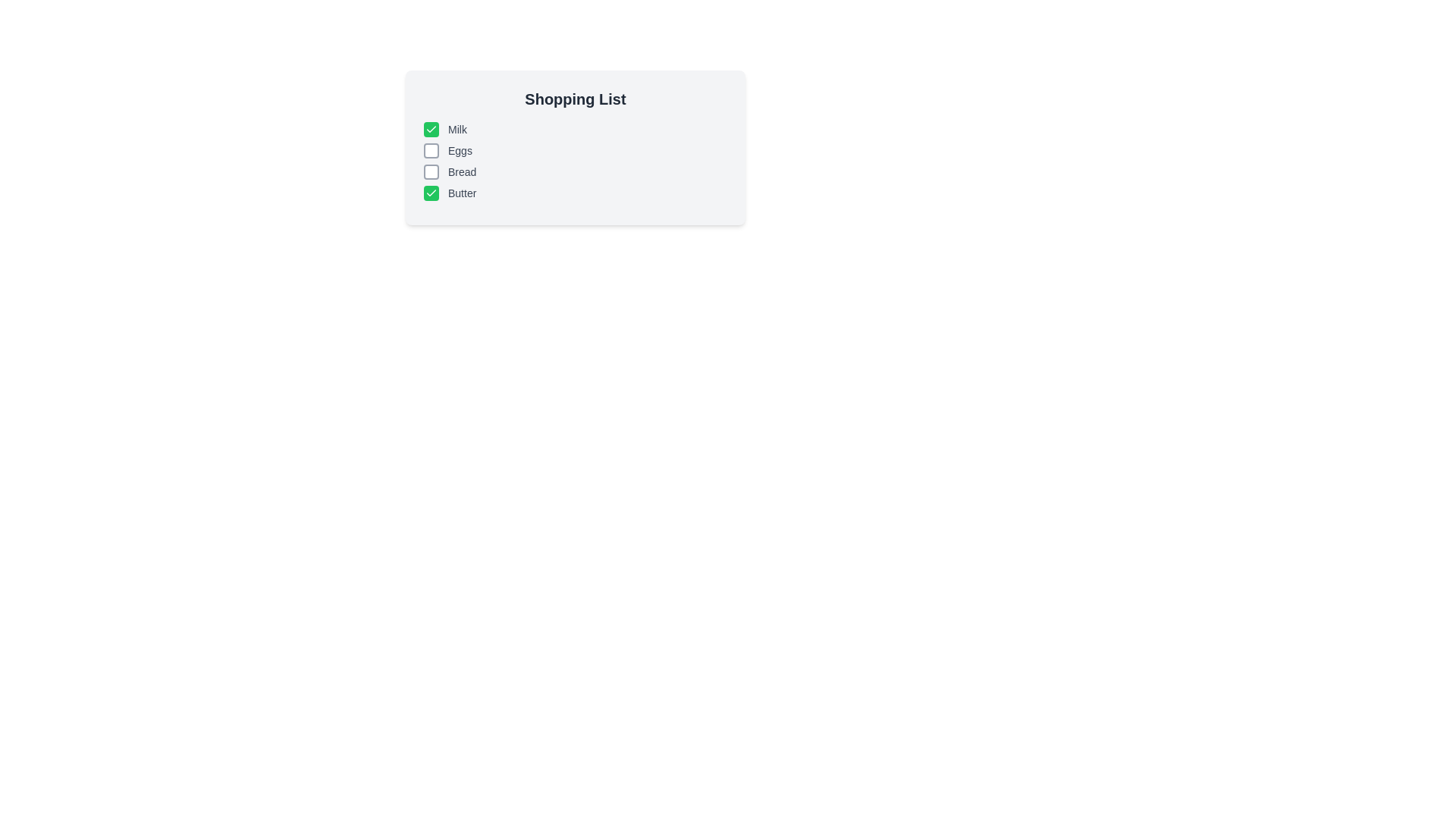 The height and width of the screenshot is (819, 1456). I want to click on the checkbox for 'Eggs' to toggle its state, so click(431, 151).